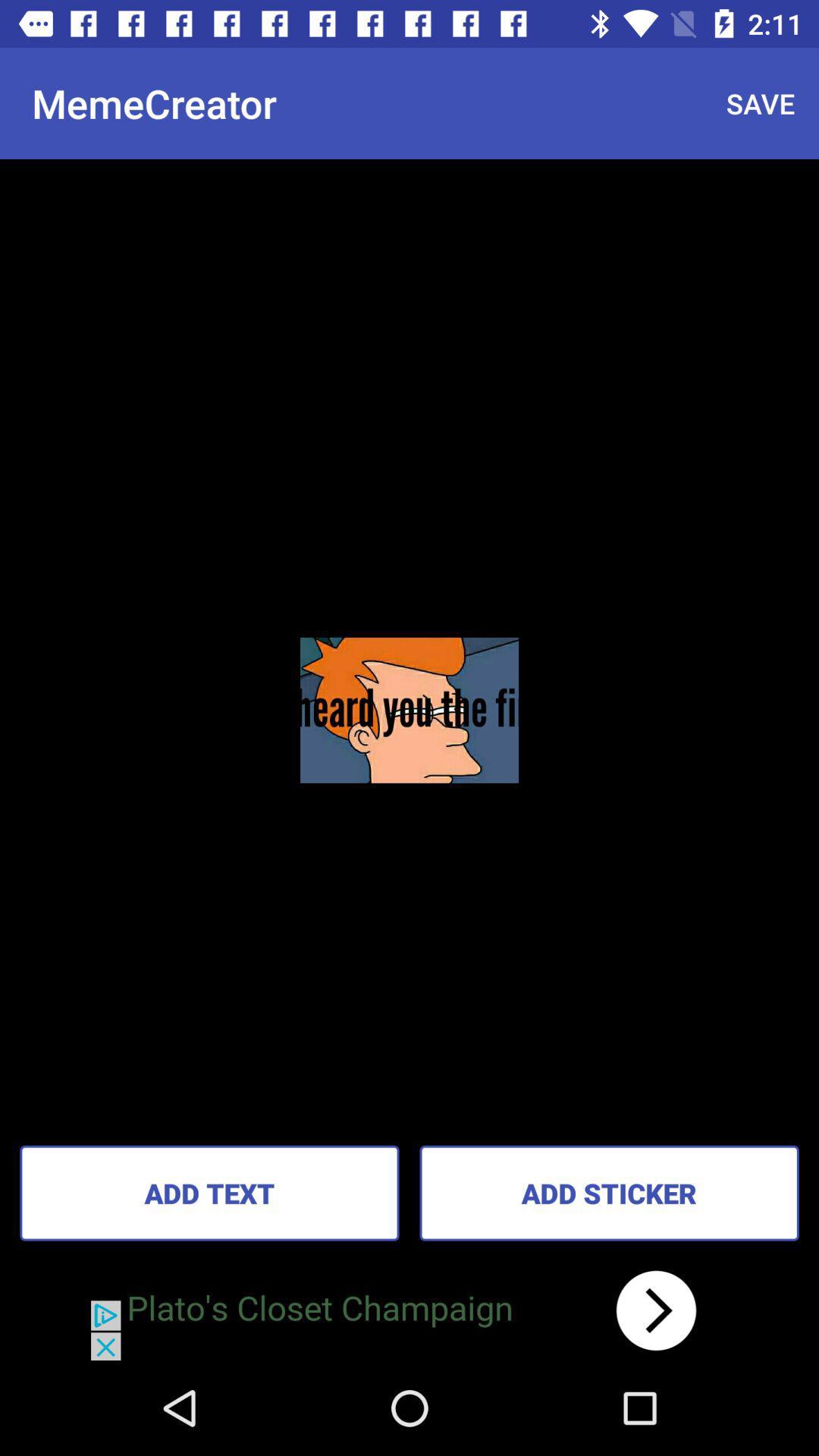  What do you see at coordinates (409, 1310) in the screenshot?
I see `open advertisement` at bounding box center [409, 1310].